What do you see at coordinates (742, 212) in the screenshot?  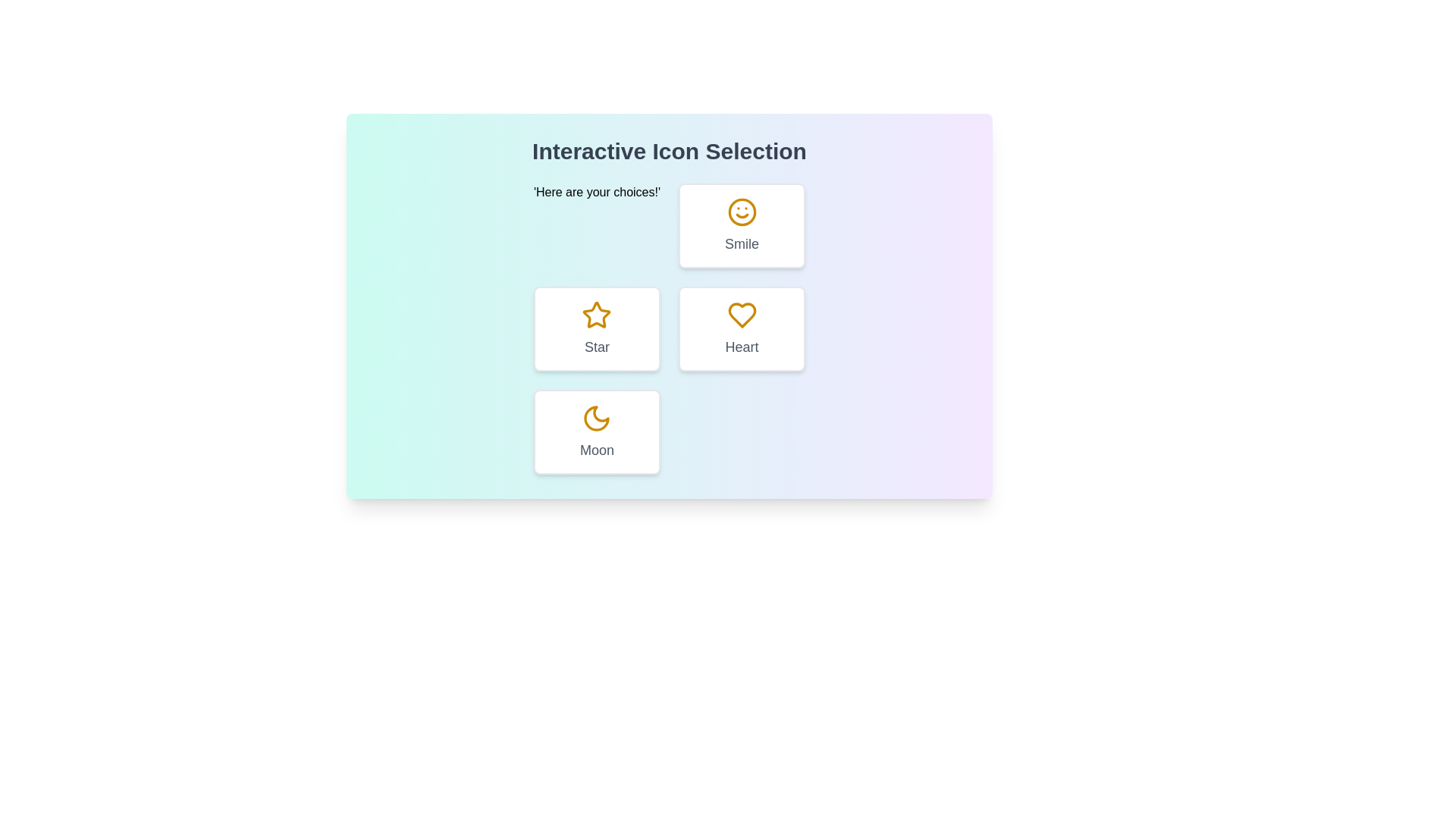 I see `the decorative circle element that serves as the base for the smiley face icon in the SVG component, located in the top-right of the icon grid layout` at bounding box center [742, 212].